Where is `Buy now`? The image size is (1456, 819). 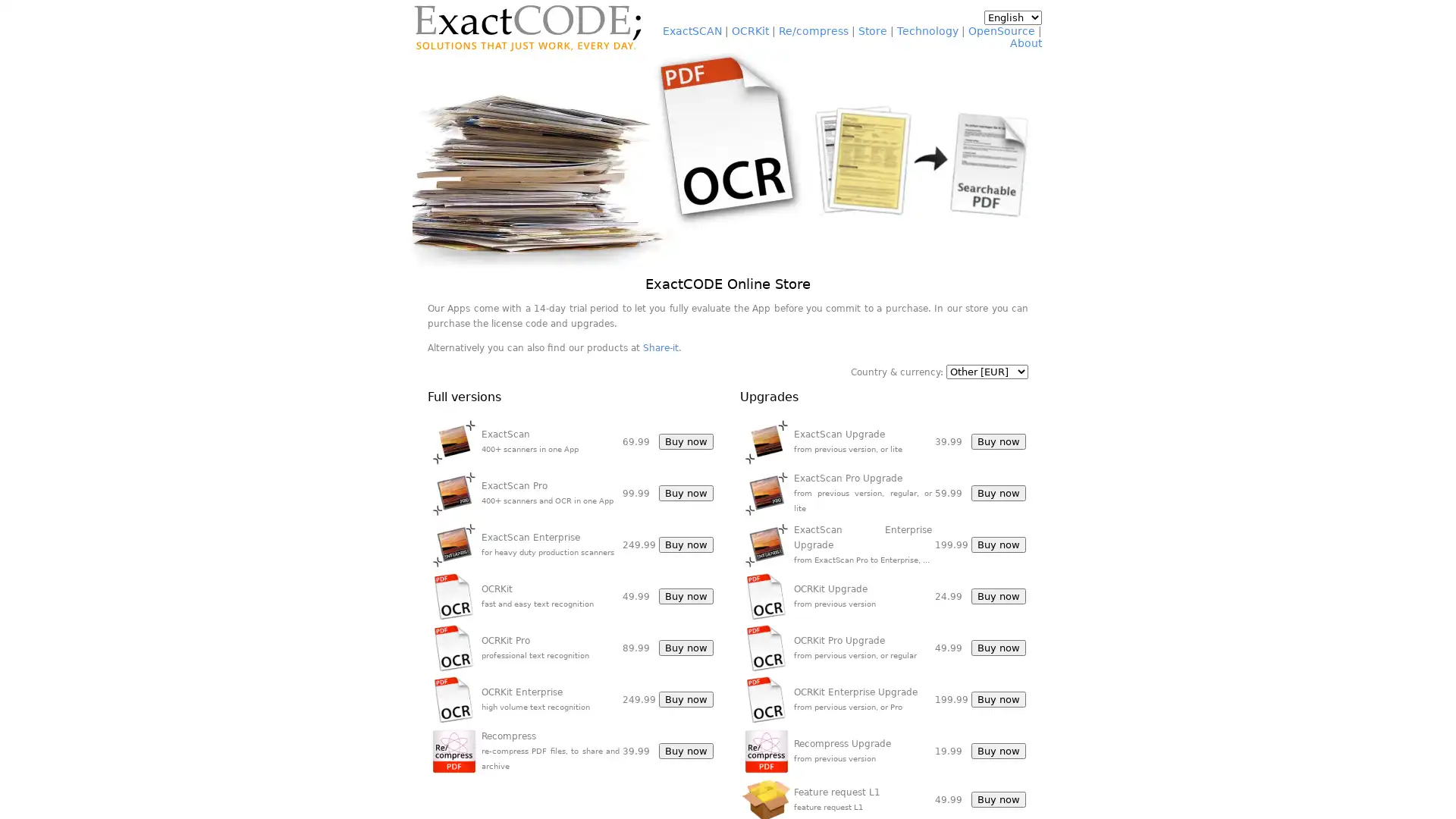 Buy now is located at coordinates (997, 441).